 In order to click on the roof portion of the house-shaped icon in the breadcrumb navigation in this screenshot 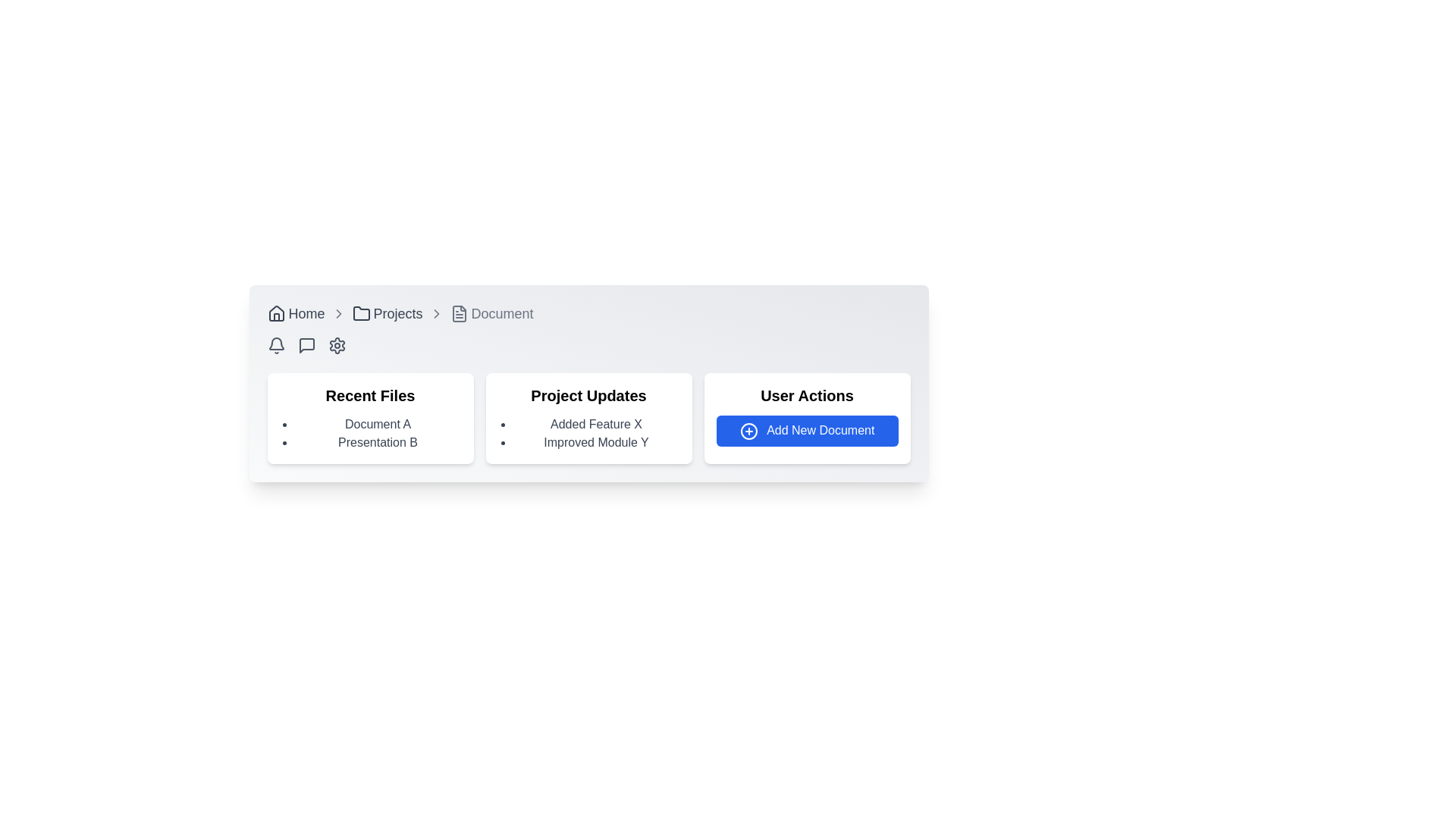, I will do `click(276, 312)`.